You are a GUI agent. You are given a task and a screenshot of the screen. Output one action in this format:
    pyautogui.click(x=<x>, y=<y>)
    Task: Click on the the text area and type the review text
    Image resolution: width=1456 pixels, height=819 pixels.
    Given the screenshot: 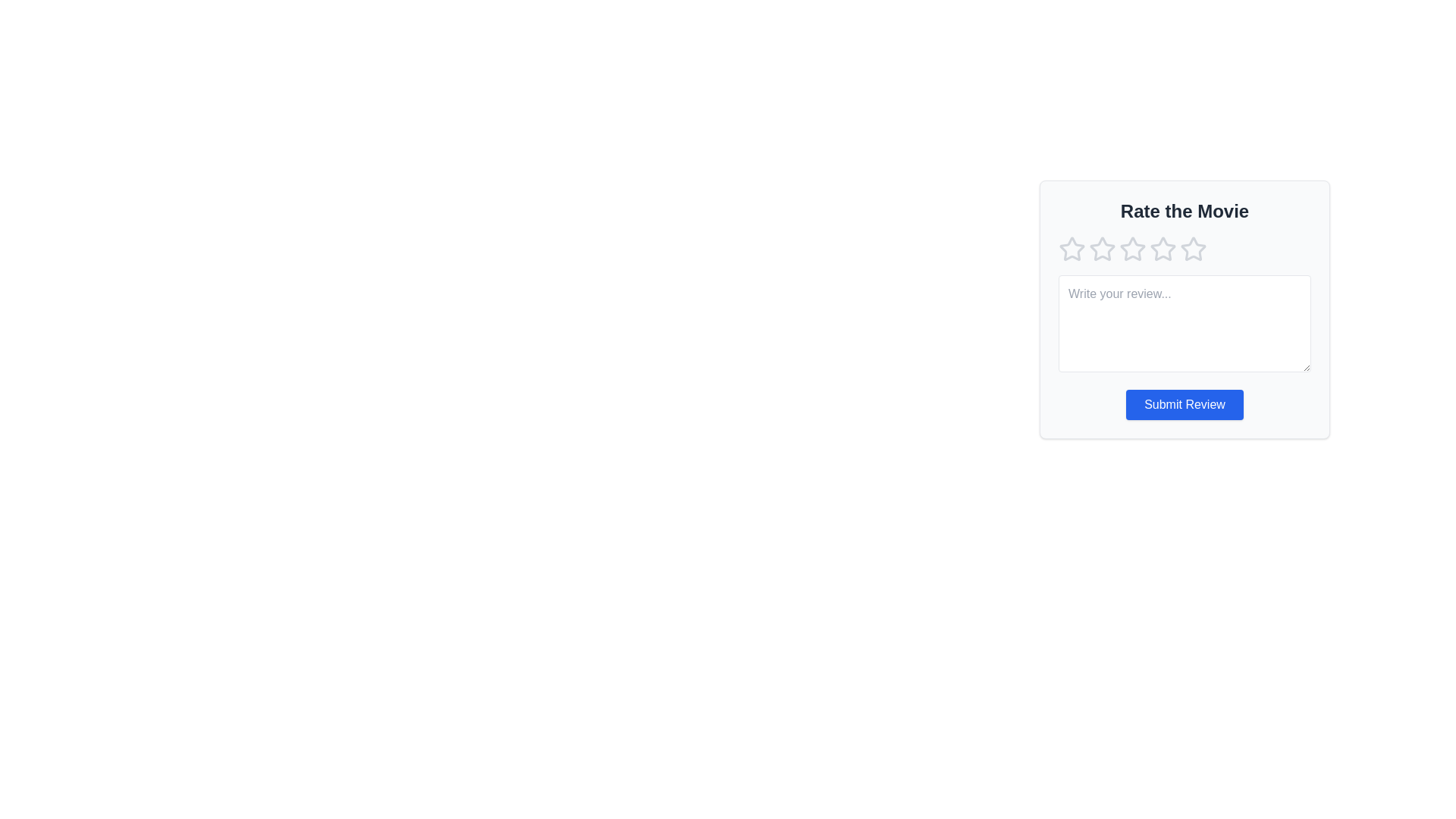 What is the action you would take?
    pyautogui.click(x=1184, y=323)
    